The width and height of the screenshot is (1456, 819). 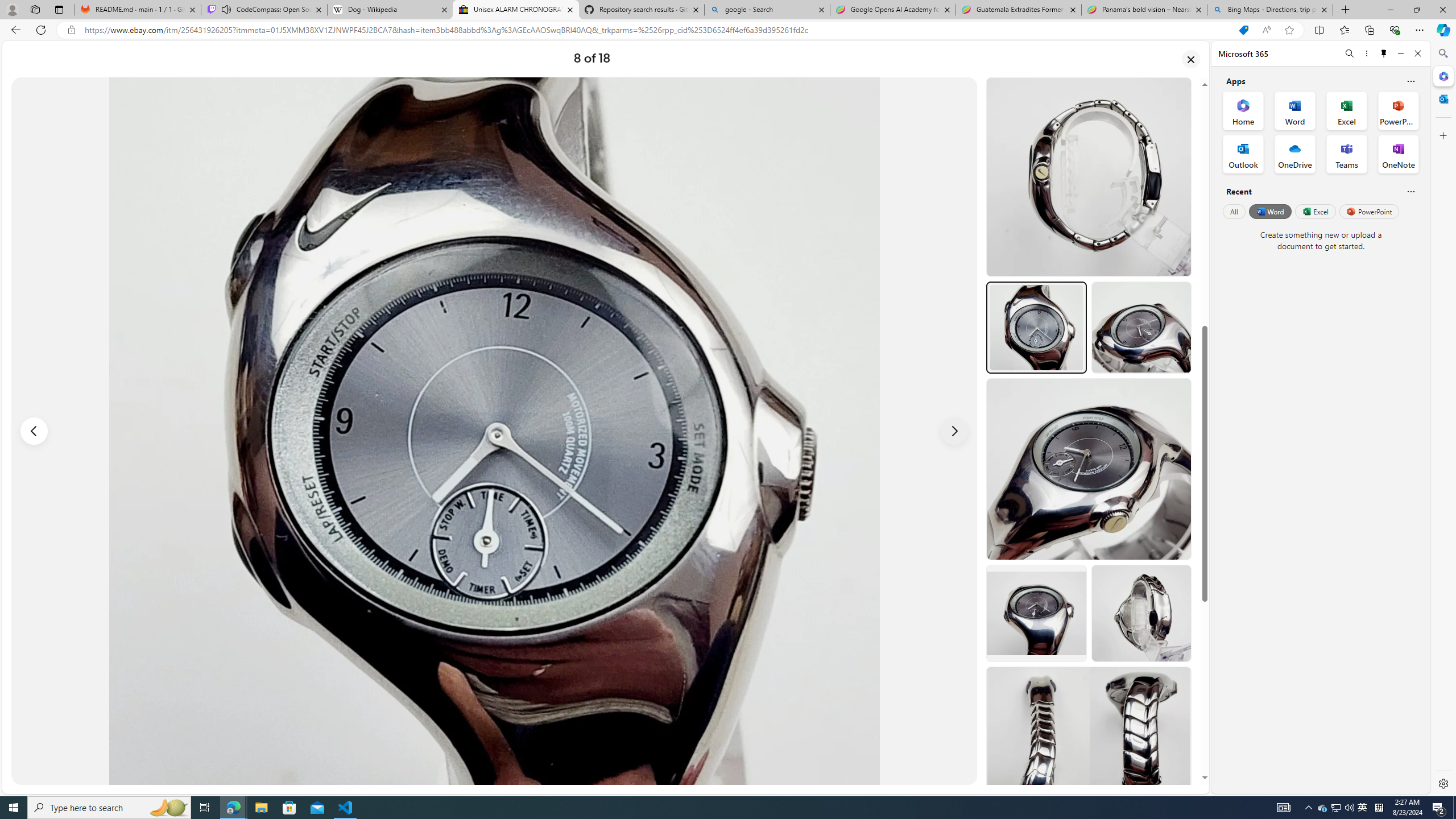 What do you see at coordinates (1347, 154) in the screenshot?
I see `'Teams Office App'` at bounding box center [1347, 154].